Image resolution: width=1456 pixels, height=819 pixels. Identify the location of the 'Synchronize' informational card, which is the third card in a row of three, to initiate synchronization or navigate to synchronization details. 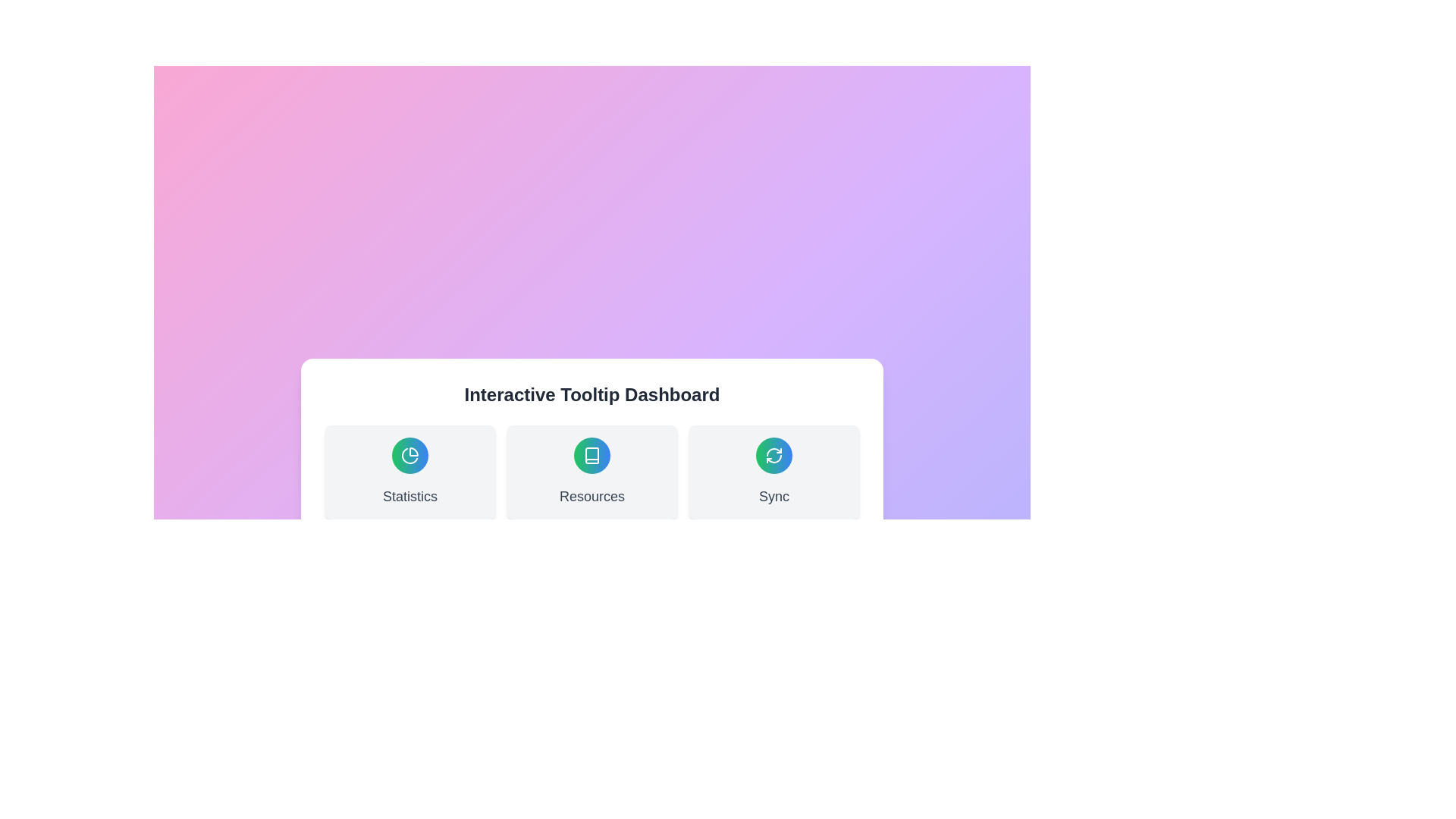
(774, 472).